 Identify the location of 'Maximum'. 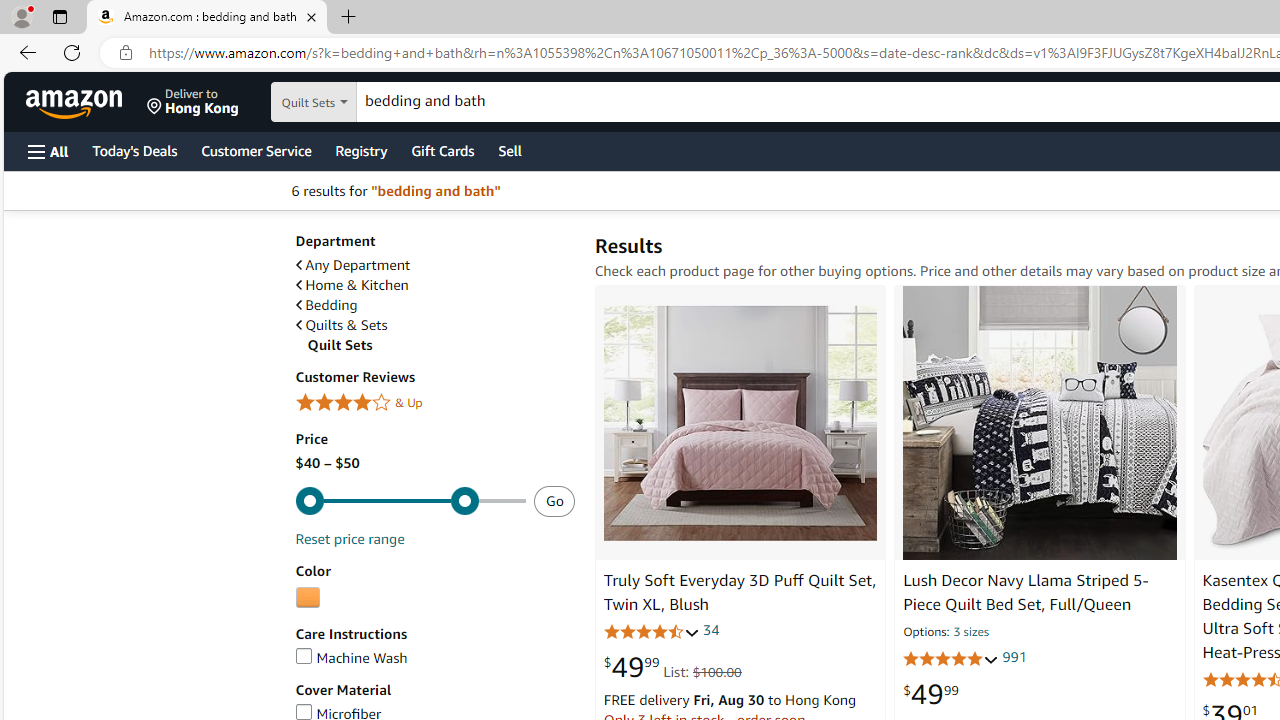
(409, 500).